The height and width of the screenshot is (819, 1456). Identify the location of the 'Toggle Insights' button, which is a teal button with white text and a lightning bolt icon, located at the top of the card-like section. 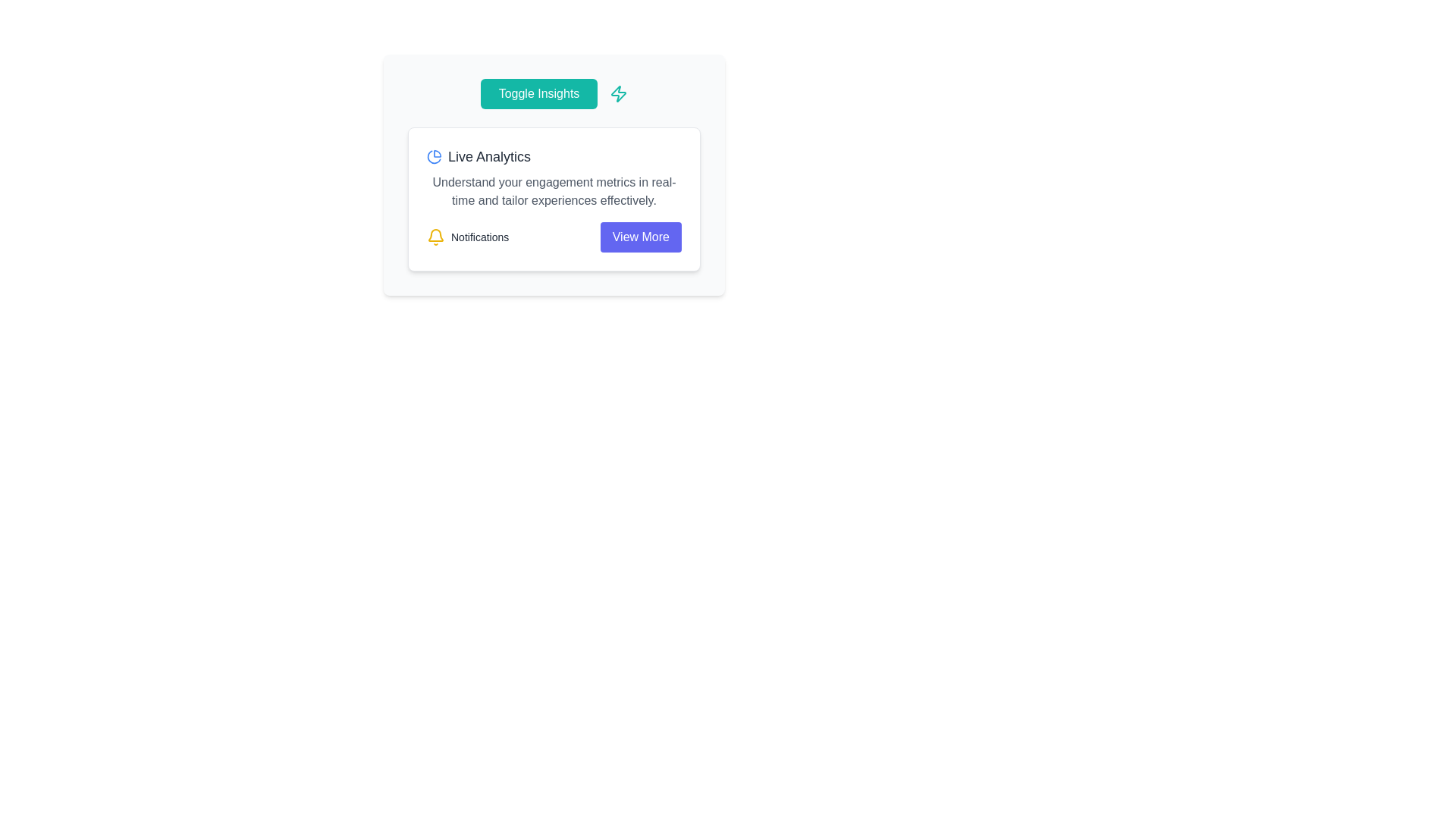
(553, 93).